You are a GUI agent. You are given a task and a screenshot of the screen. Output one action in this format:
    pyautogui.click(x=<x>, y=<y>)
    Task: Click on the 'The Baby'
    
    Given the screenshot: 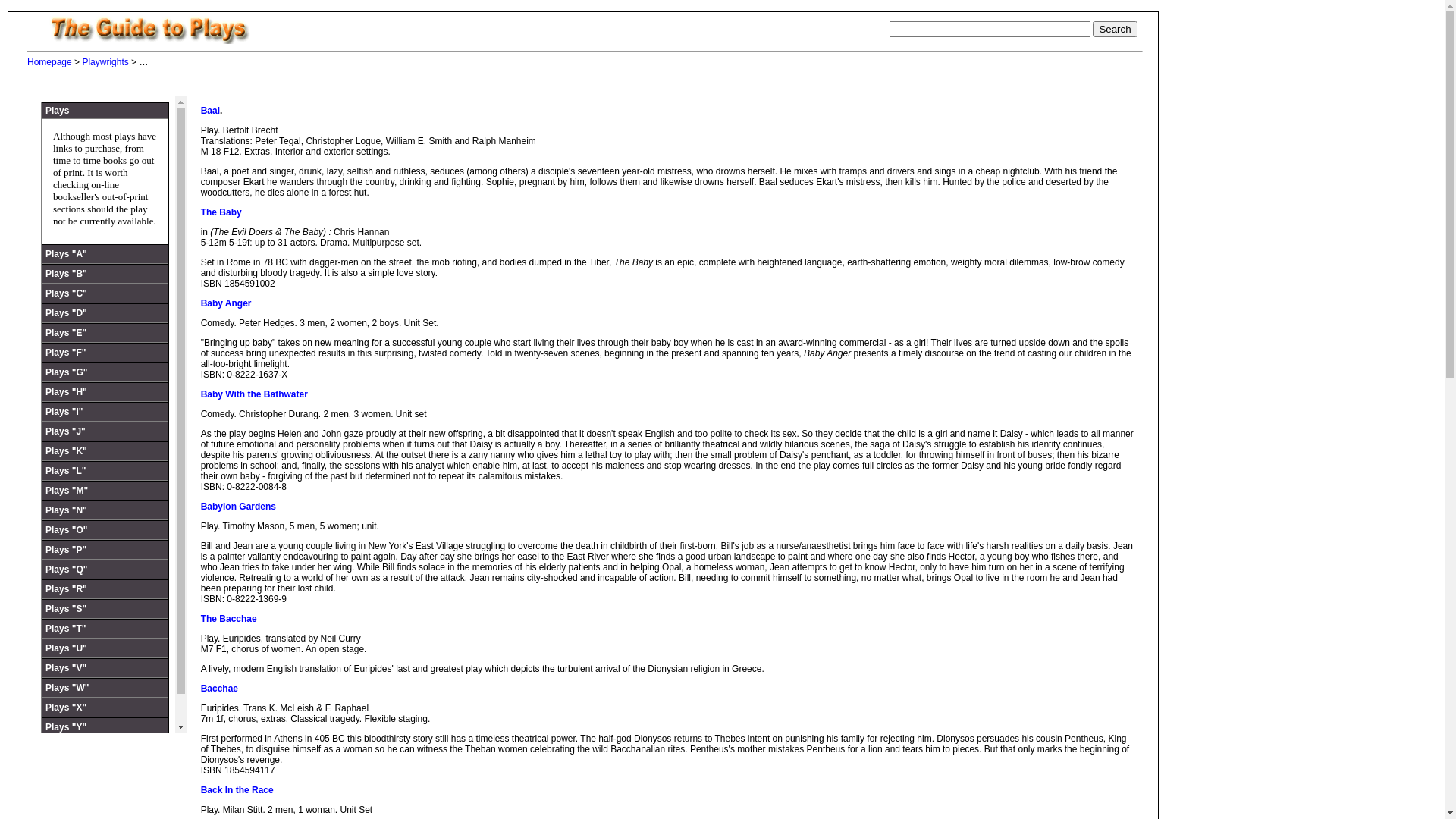 What is the action you would take?
    pyautogui.click(x=199, y=212)
    